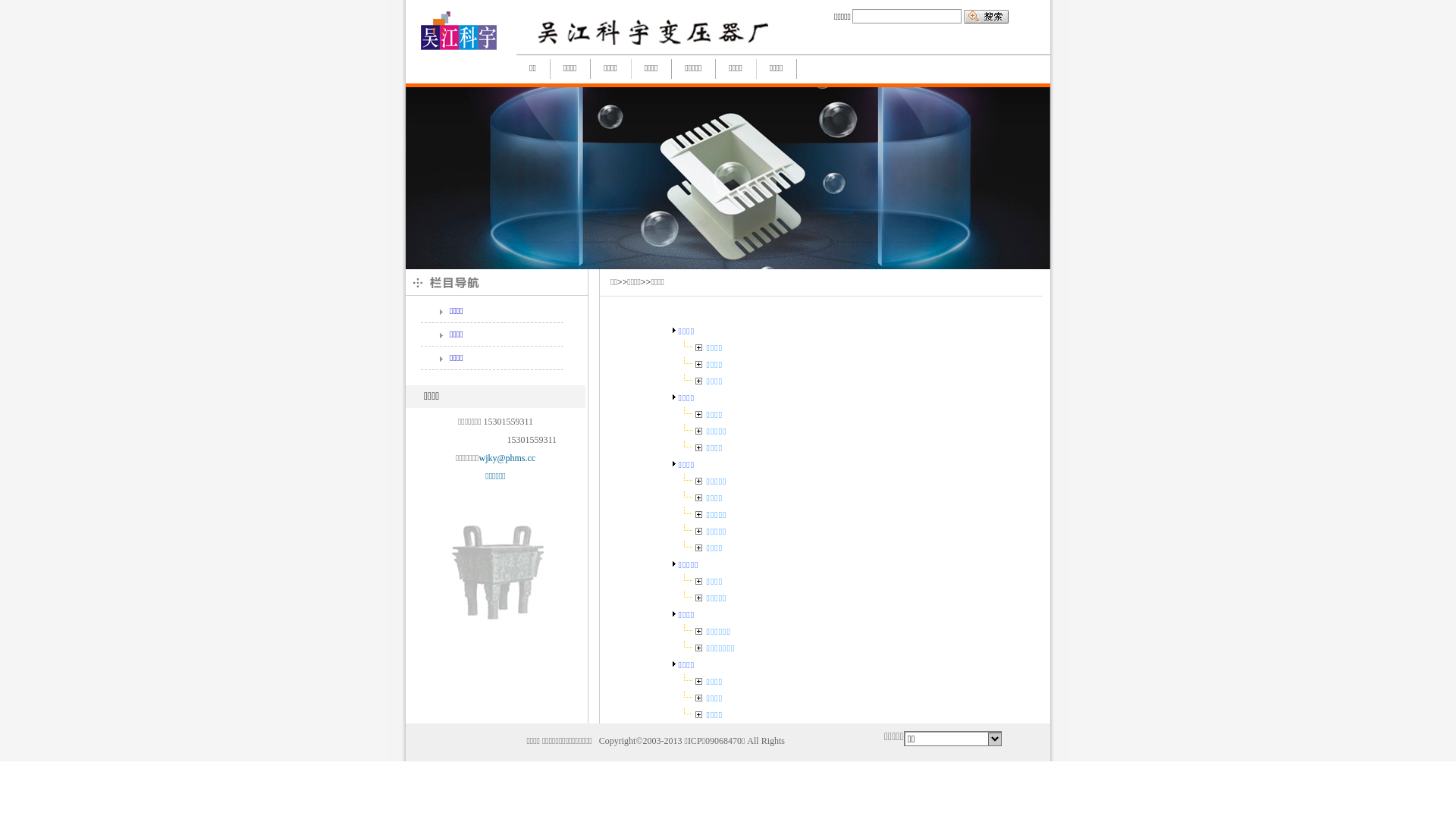 The height and width of the screenshot is (819, 1456). Describe the element at coordinates (507, 457) in the screenshot. I see `'wjky@phms.cc'` at that location.